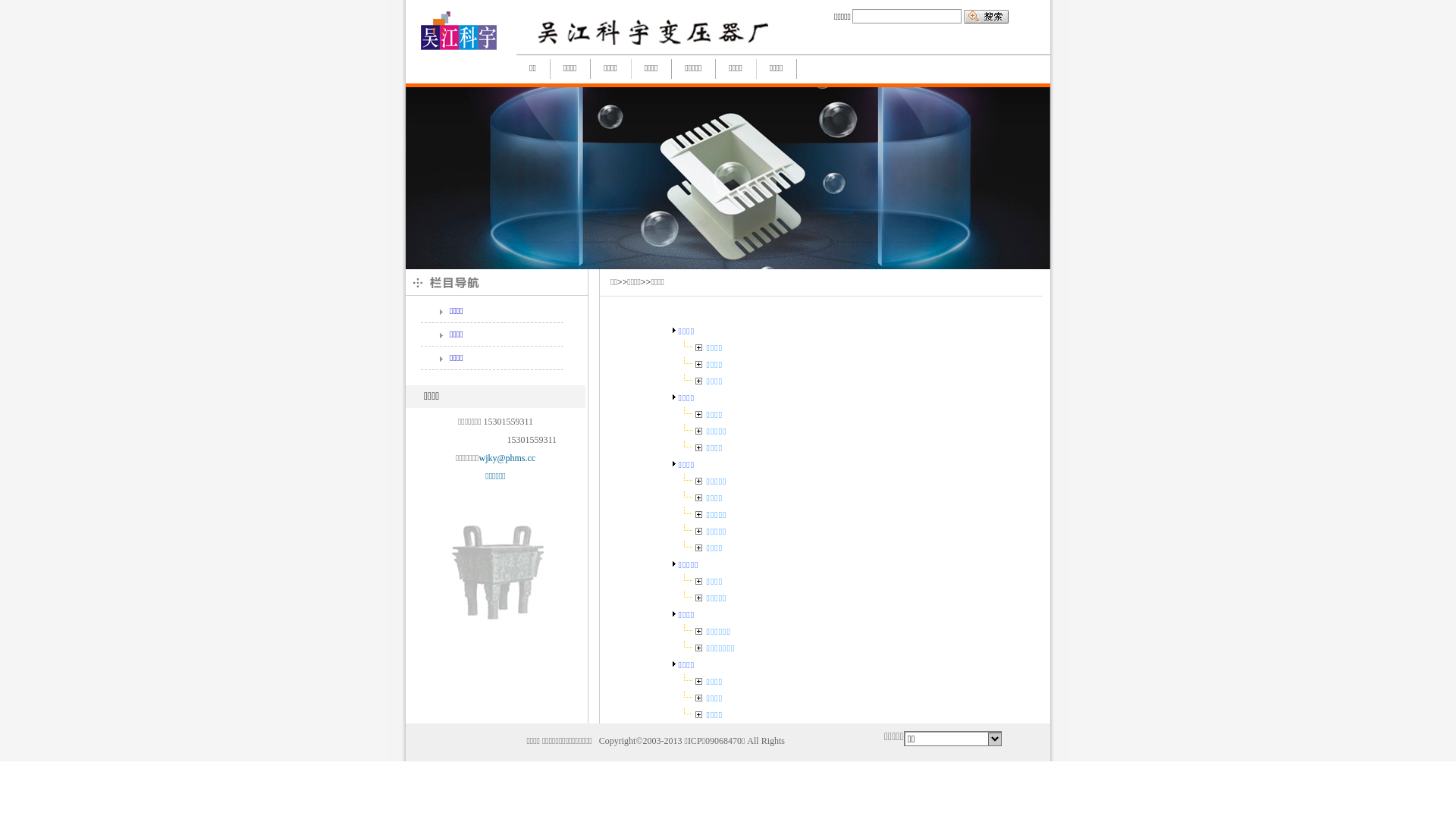 The height and width of the screenshot is (819, 1456). Describe the element at coordinates (507, 457) in the screenshot. I see `'wjky@phms.cc'` at that location.